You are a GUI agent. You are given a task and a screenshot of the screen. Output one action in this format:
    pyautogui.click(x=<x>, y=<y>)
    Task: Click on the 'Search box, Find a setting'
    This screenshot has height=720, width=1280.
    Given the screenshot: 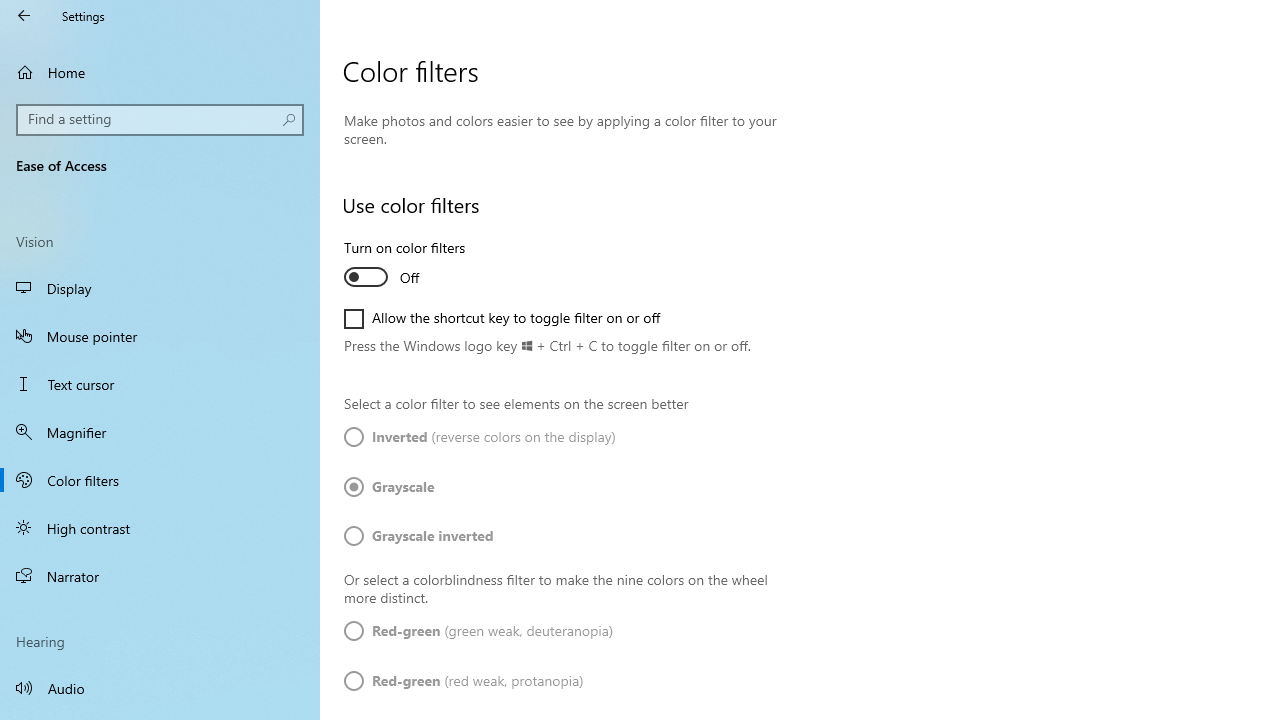 What is the action you would take?
    pyautogui.click(x=160, y=119)
    